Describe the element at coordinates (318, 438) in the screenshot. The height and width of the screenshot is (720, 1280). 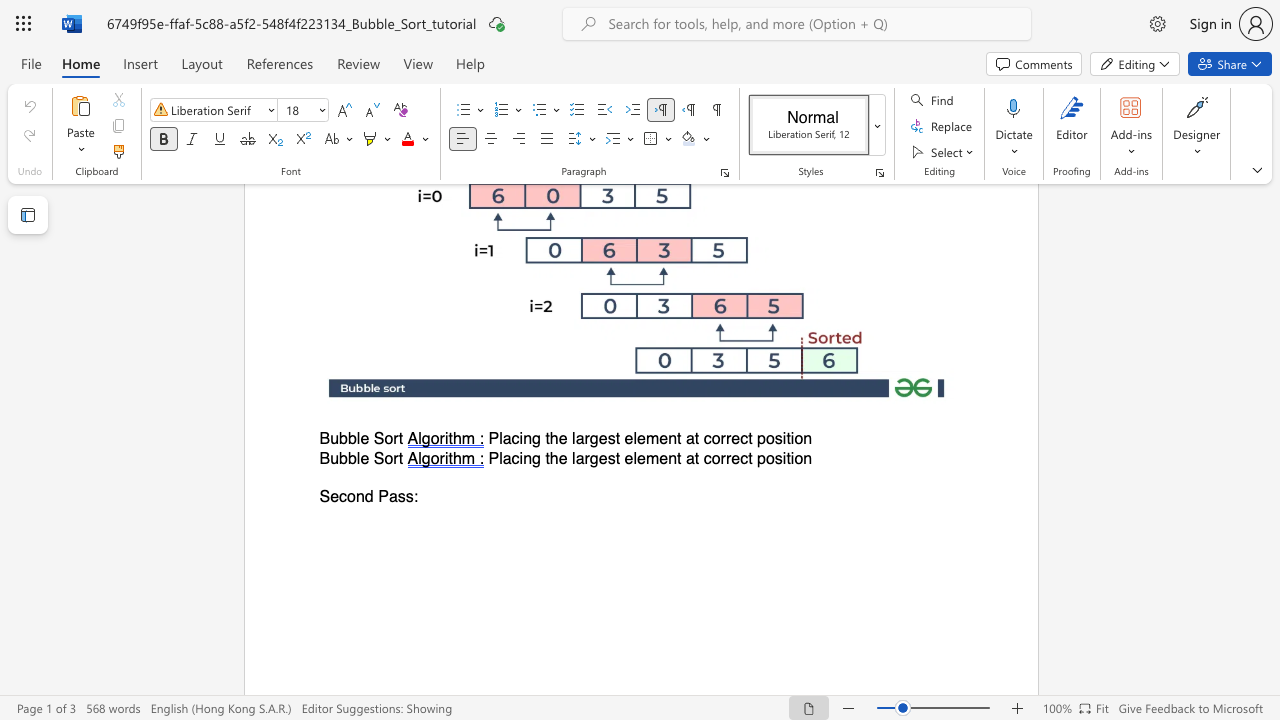
I see `the subset text "Bubbl" within the text "Bubble Sort"` at that location.